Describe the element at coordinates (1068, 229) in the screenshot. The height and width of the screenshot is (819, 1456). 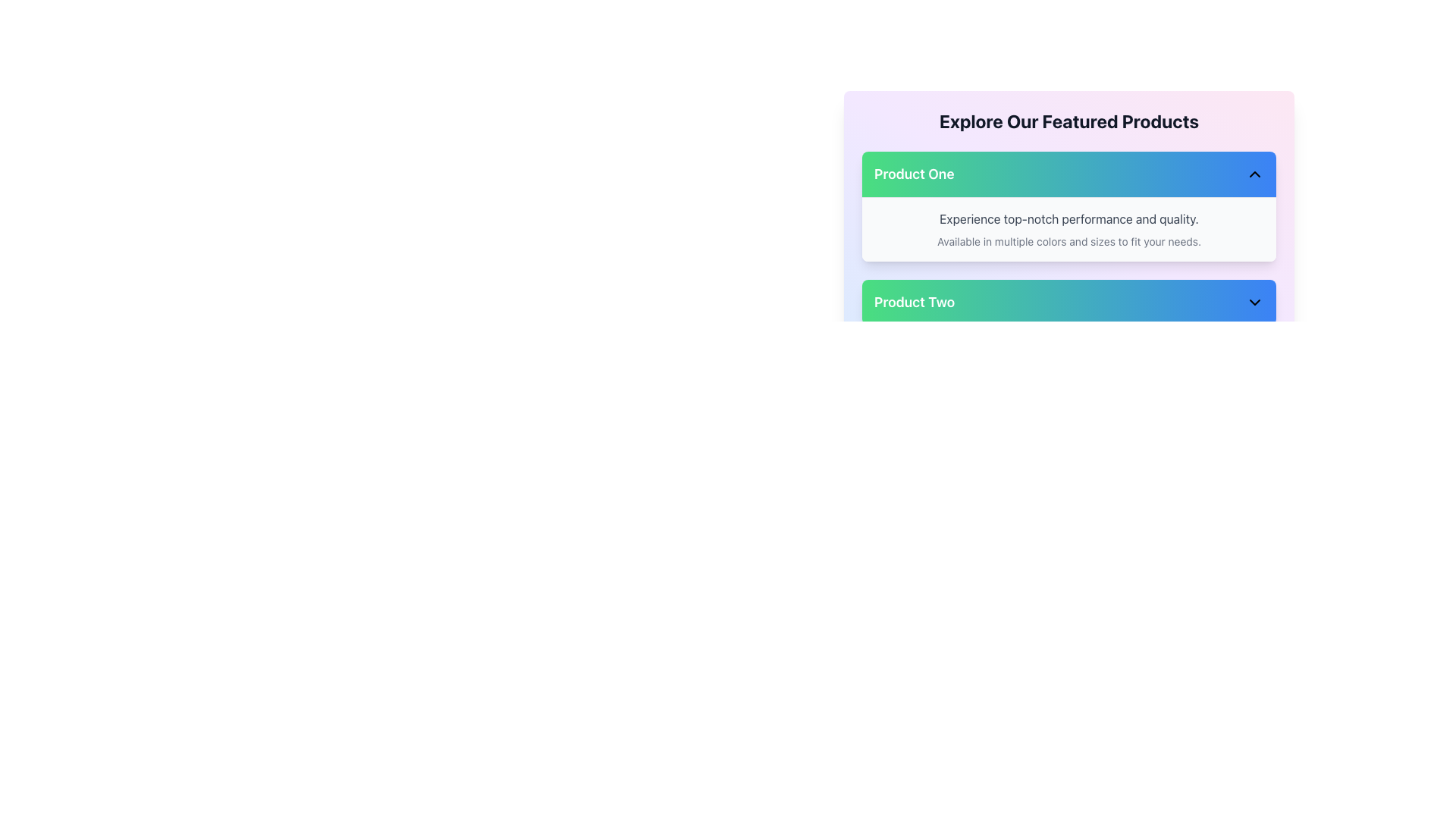
I see `descriptive information about 'Product One' from the Text block located beneath the 'Product One' header and directly below the chevron icon` at that location.